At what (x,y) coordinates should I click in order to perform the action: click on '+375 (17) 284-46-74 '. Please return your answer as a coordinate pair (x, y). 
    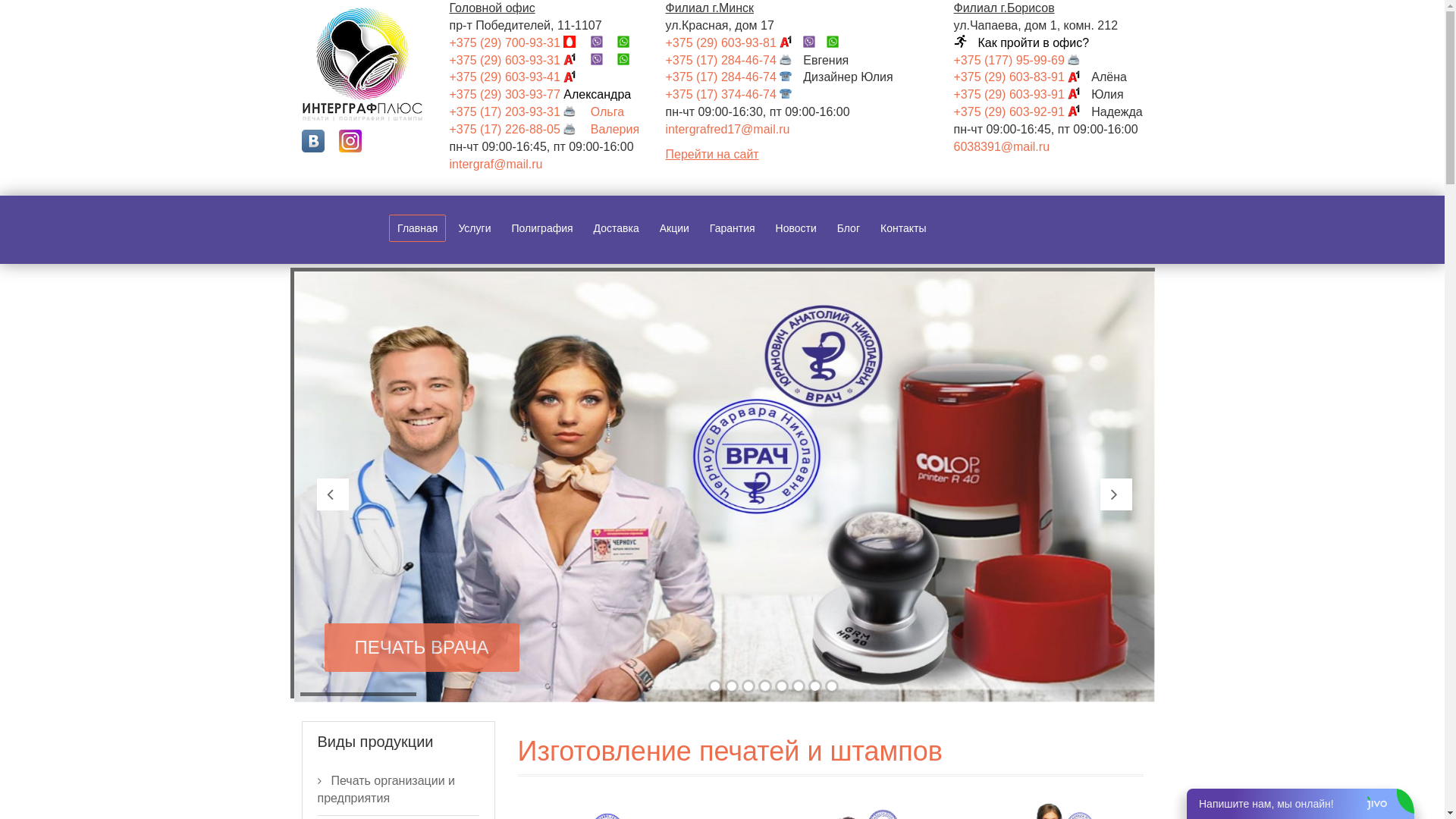
    Looking at the image, I should click on (666, 77).